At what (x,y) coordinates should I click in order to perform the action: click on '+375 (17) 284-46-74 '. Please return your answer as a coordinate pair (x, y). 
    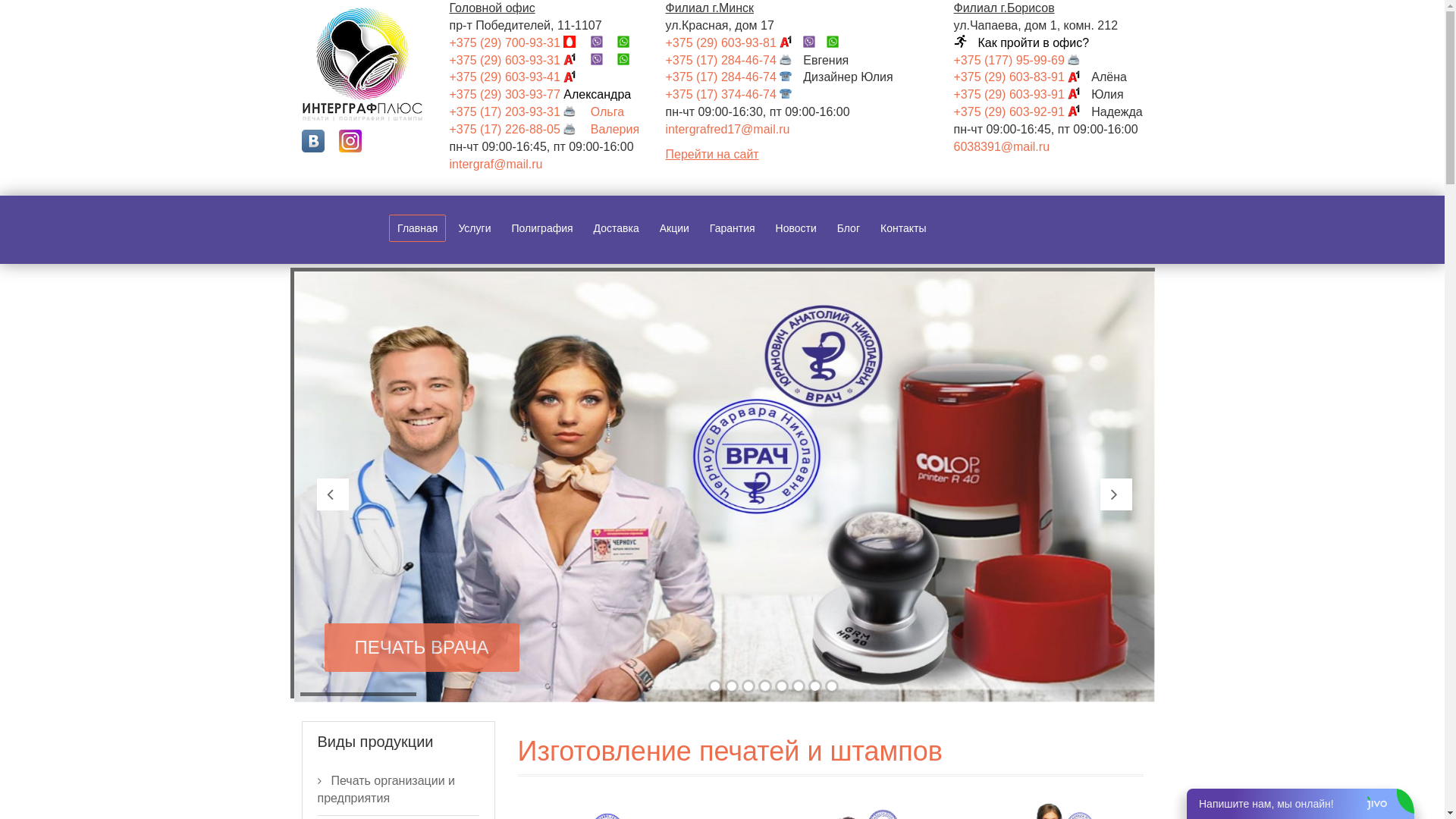
    Looking at the image, I should click on (666, 77).